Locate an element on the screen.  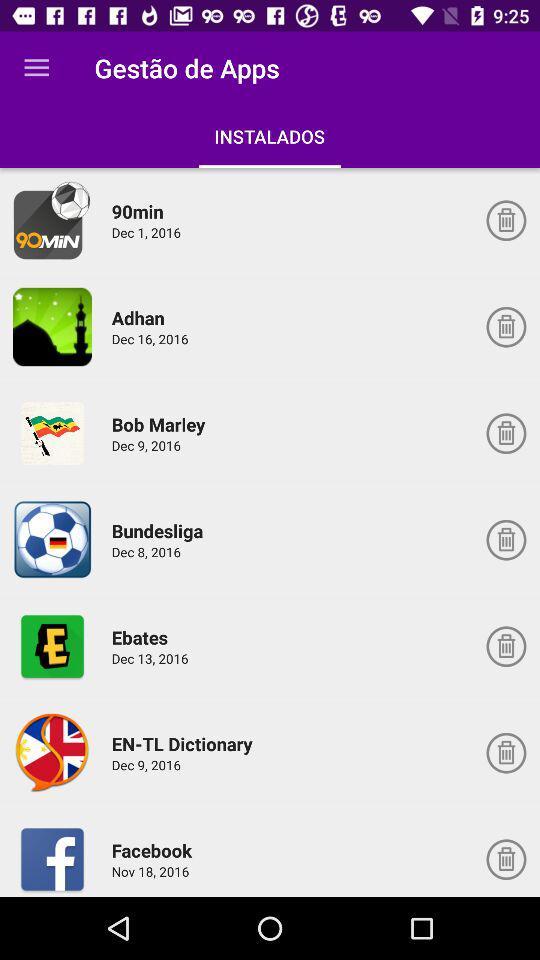
delete app is located at coordinates (505, 645).